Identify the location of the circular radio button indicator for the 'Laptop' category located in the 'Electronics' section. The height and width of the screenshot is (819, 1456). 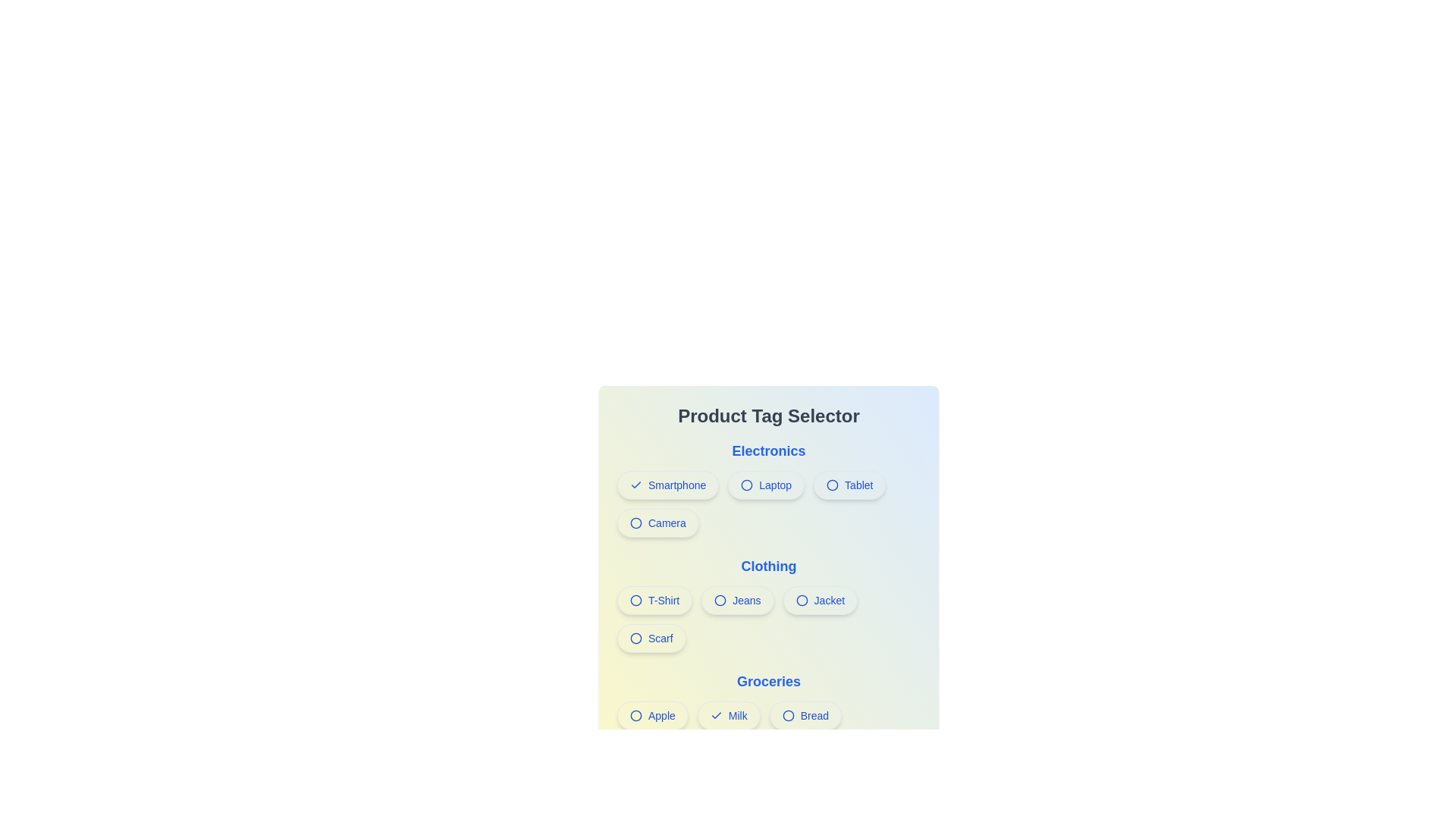
(747, 485).